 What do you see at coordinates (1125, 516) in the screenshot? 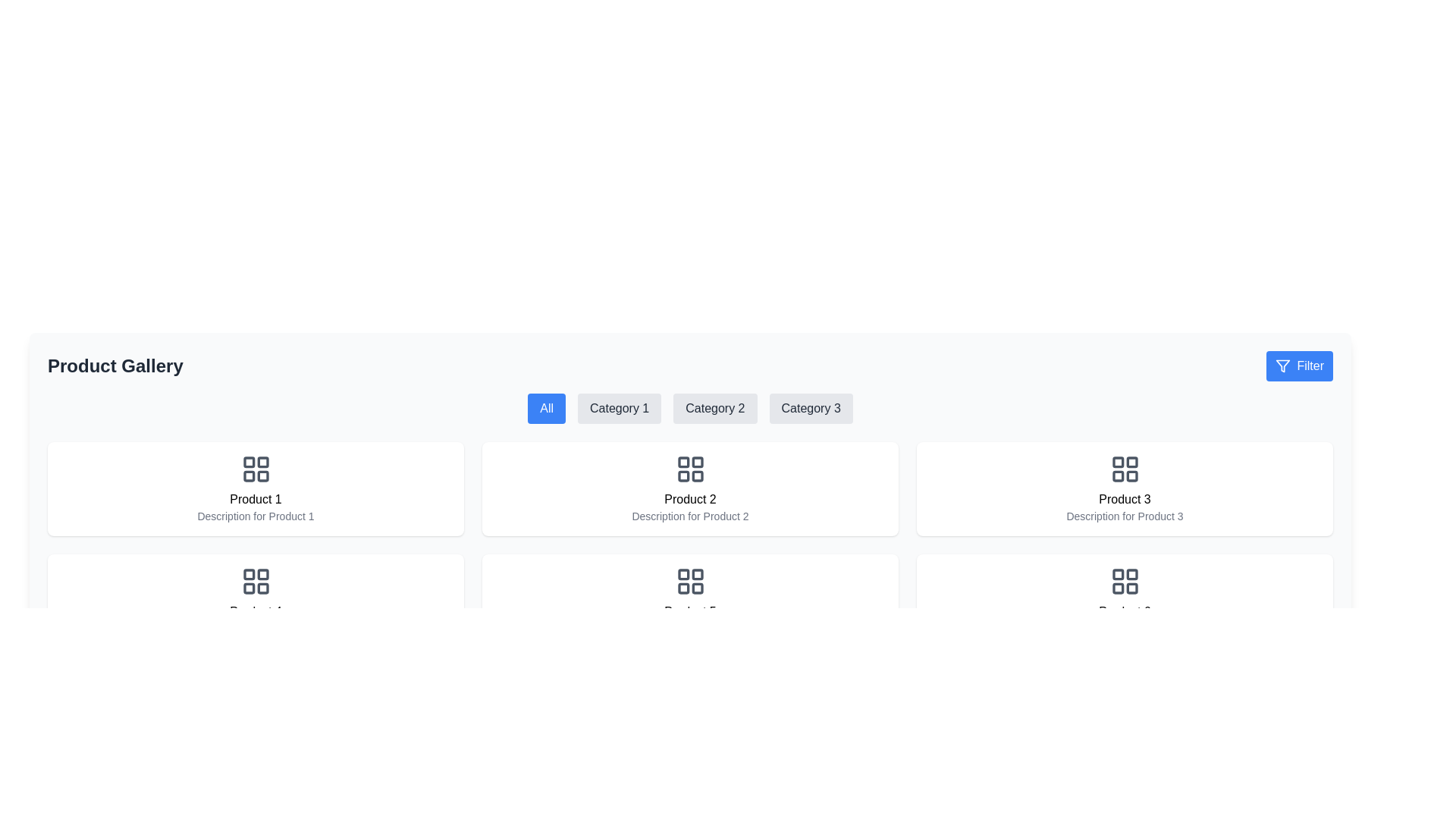
I see `text label displaying 'Description for Product 3', which is located below the title 'Product 3' in the product card for 'Product 3'` at bounding box center [1125, 516].